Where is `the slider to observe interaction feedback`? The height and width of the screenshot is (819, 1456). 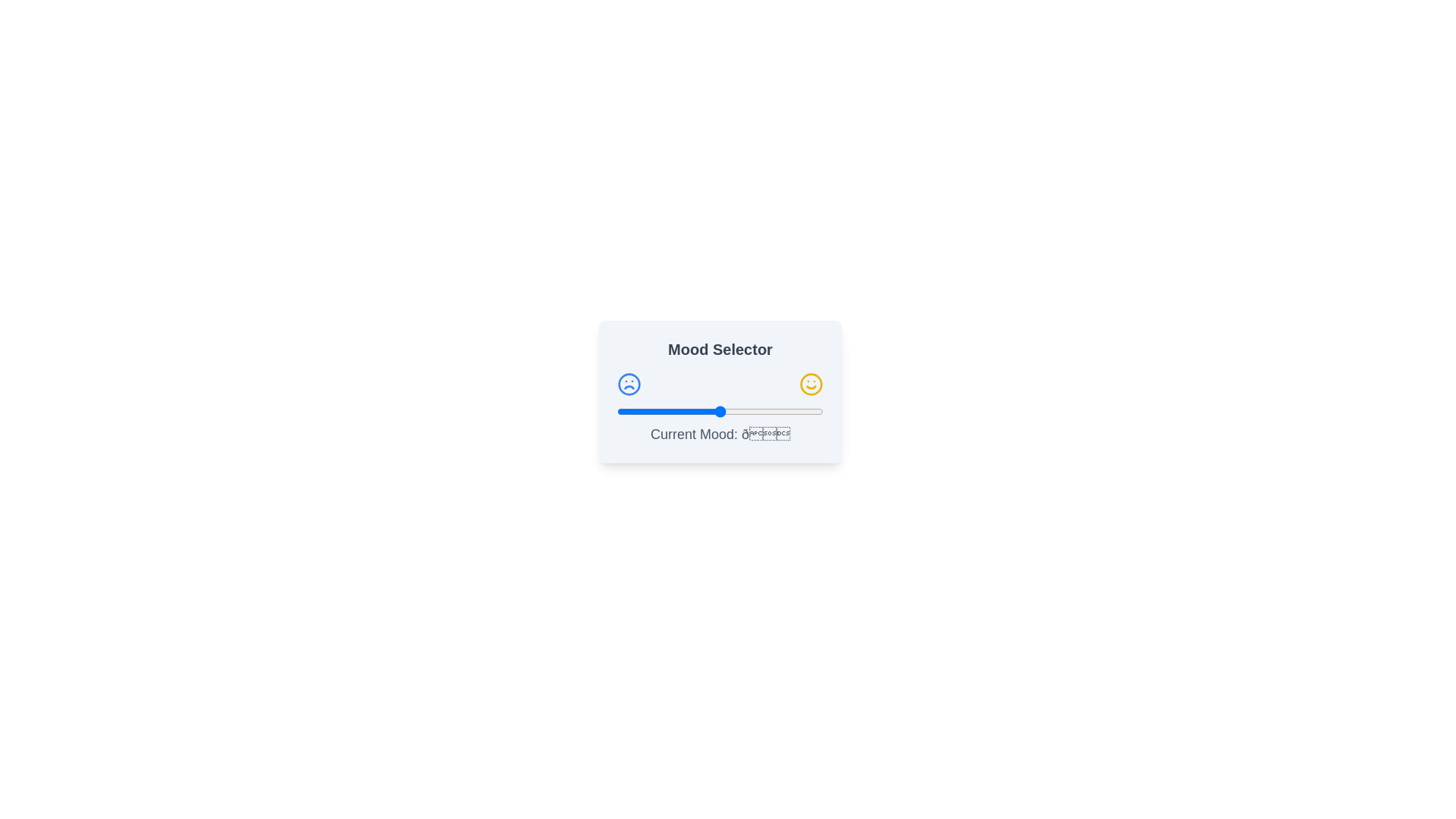 the slider to observe interaction feedback is located at coordinates (720, 412).